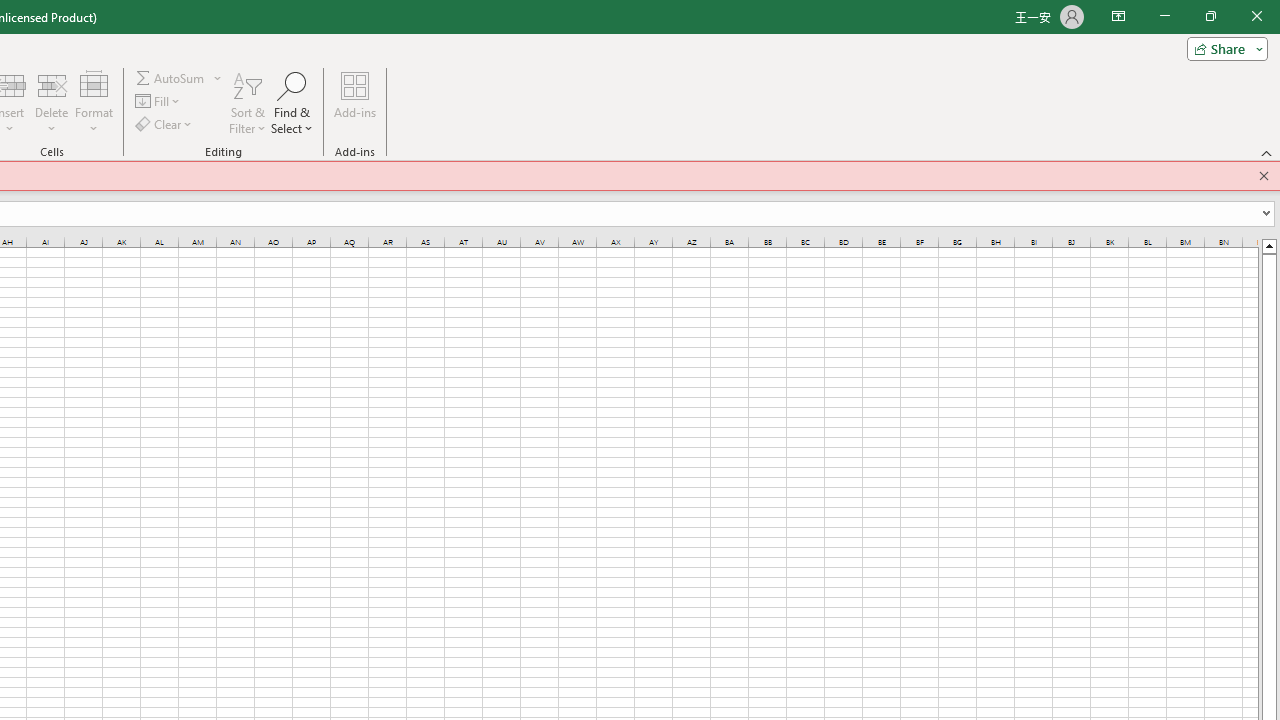 The image size is (1280, 720). I want to click on 'Clear', so click(165, 124).